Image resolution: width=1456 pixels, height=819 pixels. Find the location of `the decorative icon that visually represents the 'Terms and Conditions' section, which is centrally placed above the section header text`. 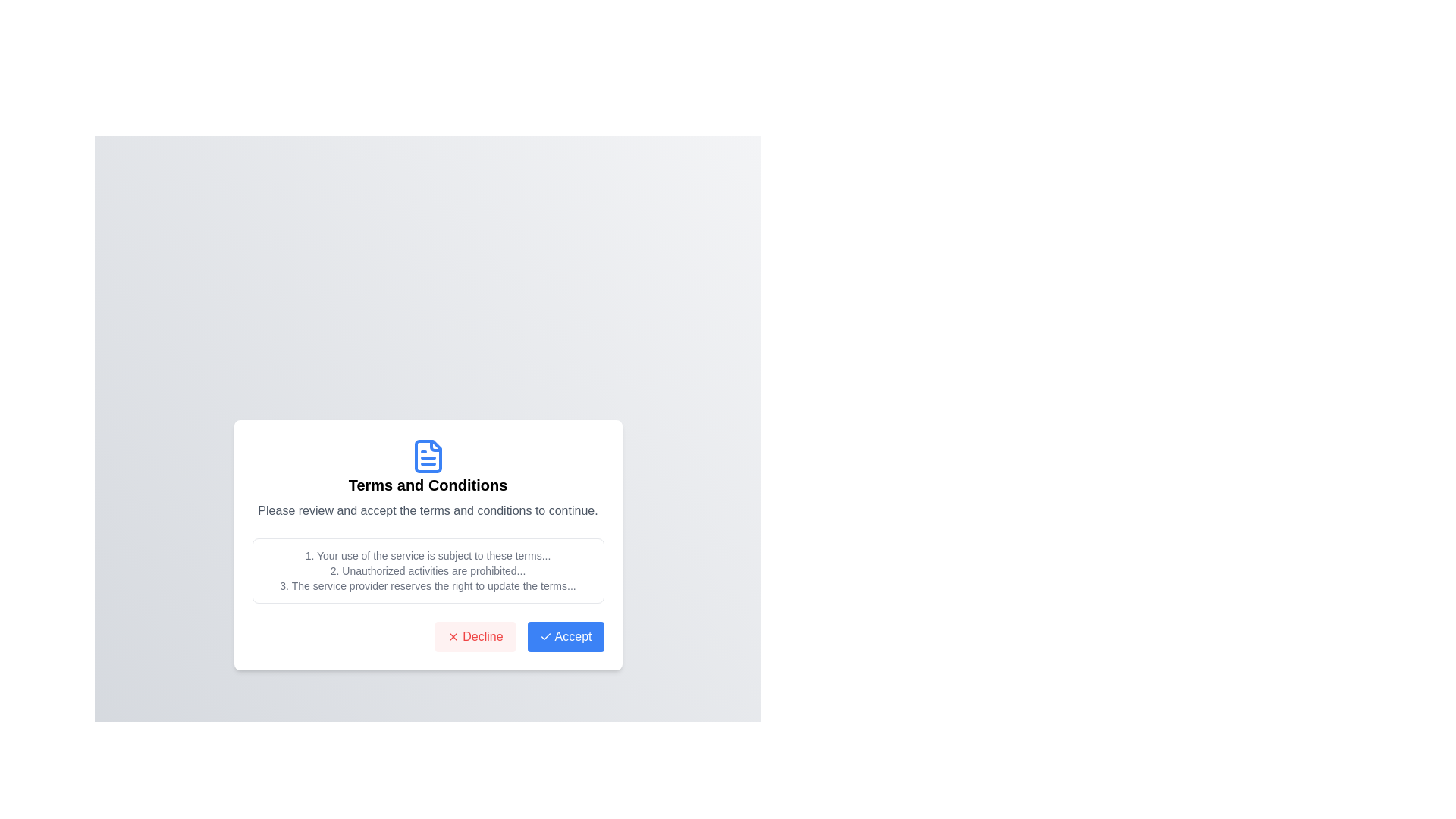

the decorative icon that visually represents the 'Terms and Conditions' section, which is centrally placed above the section header text is located at coordinates (427, 455).